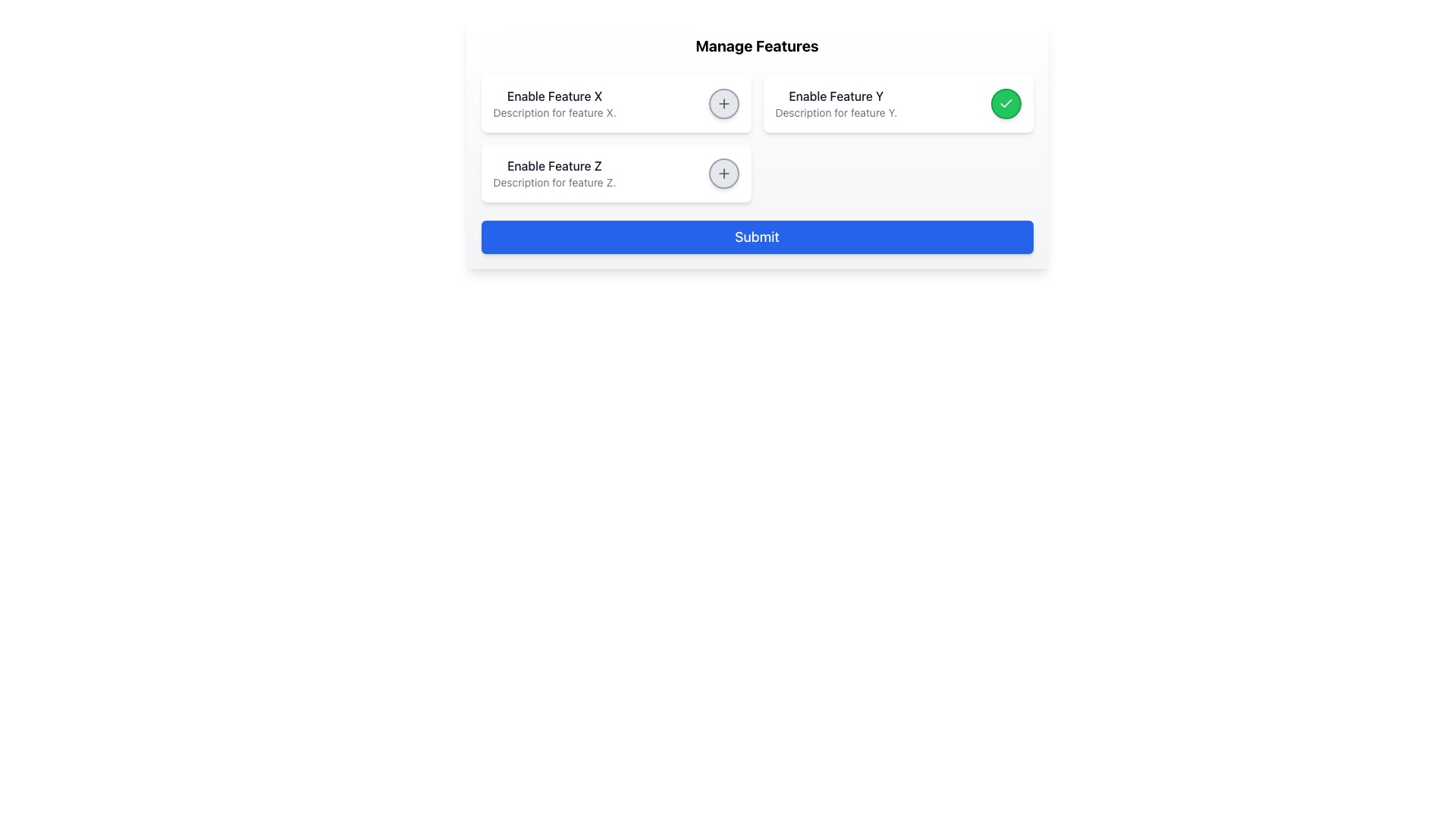 The width and height of the screenshot is (1456, 819). What do you see at coordinates (723, 103) in the screenshot?
I see `the icon-based button located above the Submit button, which is associated with enabling Feature Z` at bounding box center [723, 103].